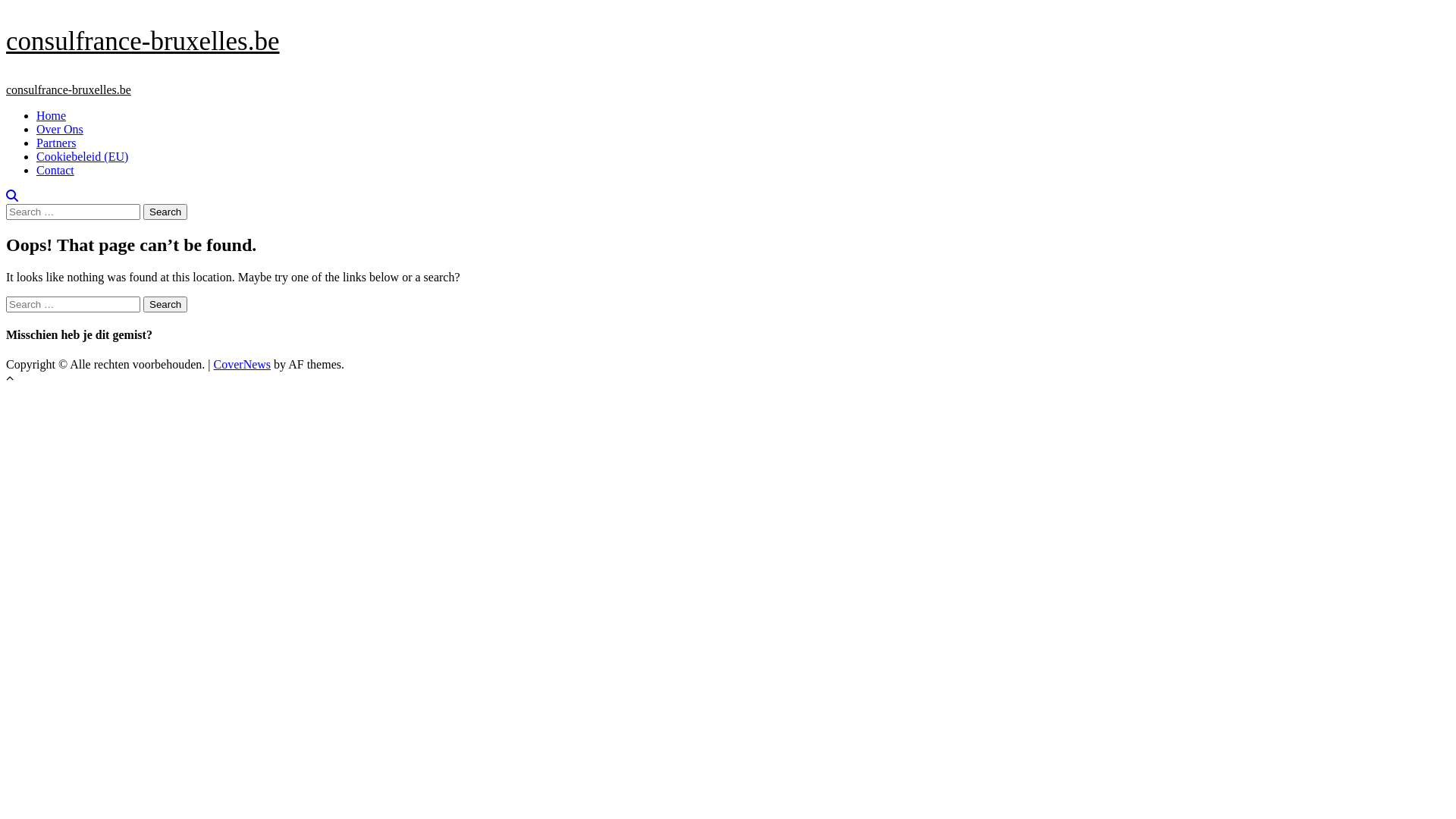 This screenshot has height=819, width=1456. I want to click on 'Contact', so click(55, 170).